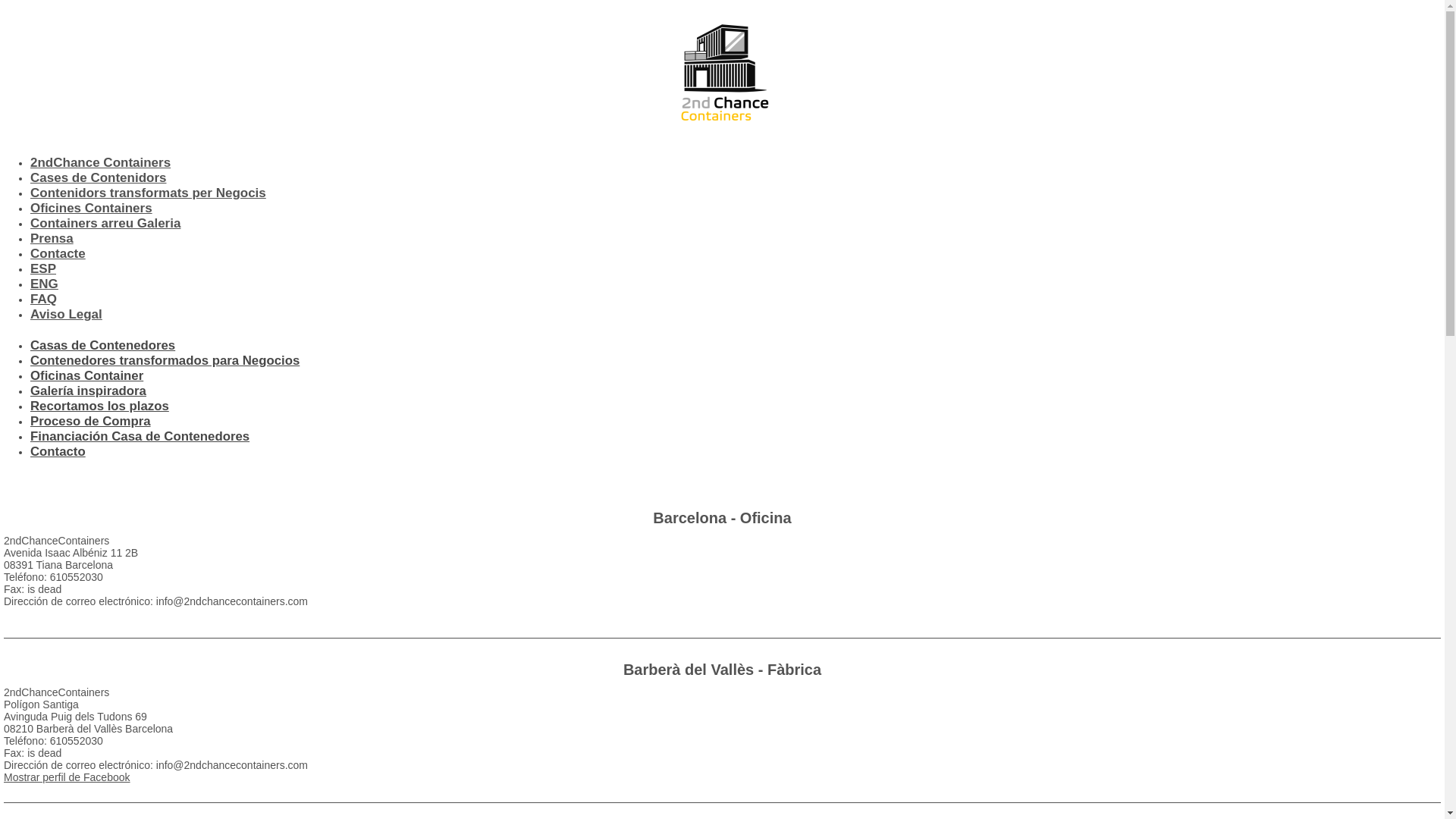 The image size is (1456, 819). Describe the element at coordinates (89, 421) in the screenshot. I see `'Proceso de Compra'` at that location.